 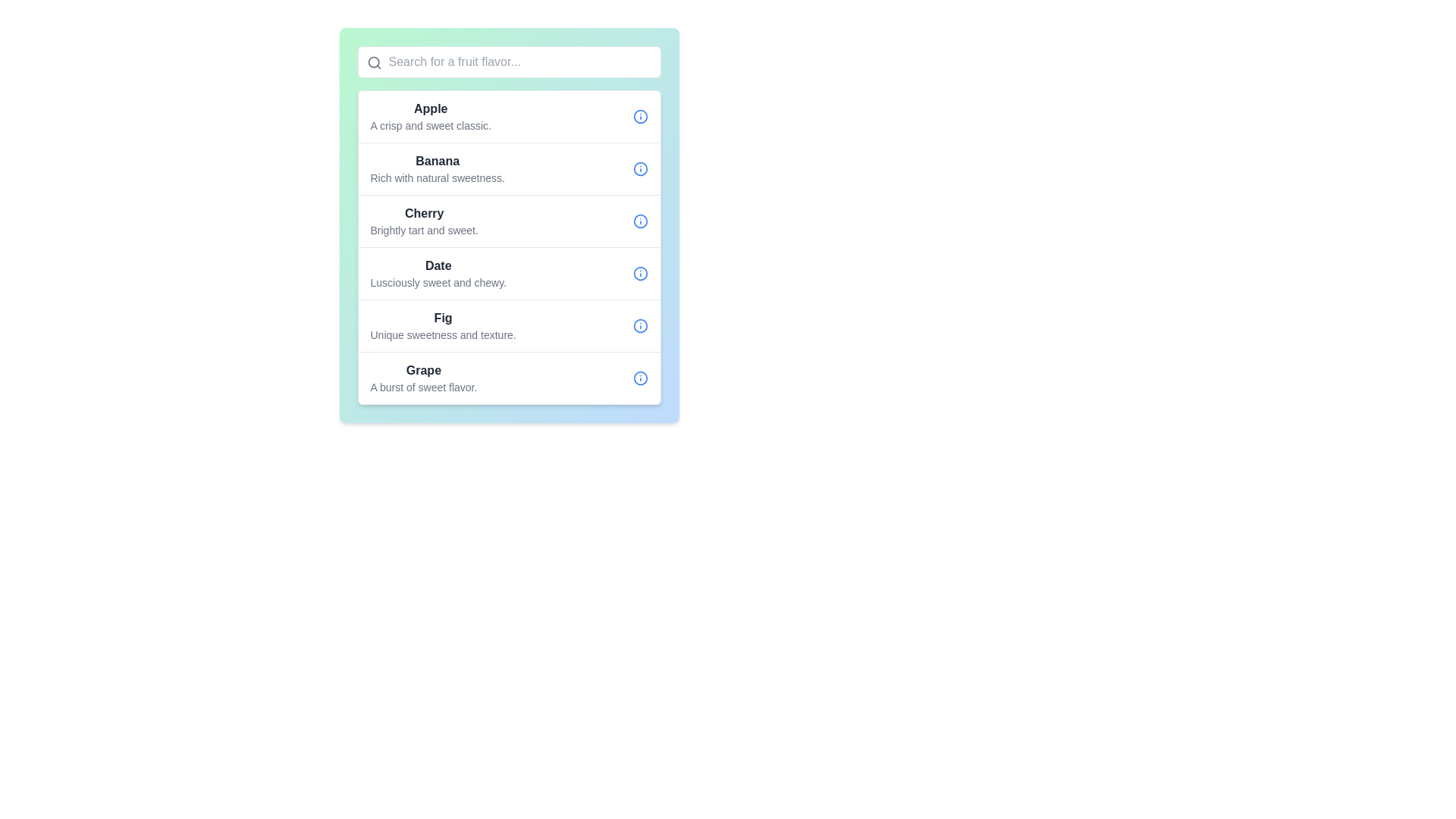 What do you see at coordinates (424, 213) in the screenshot?
I see `the 'Cherry' text label, which is the third entry` at bounding box center [424, 213].